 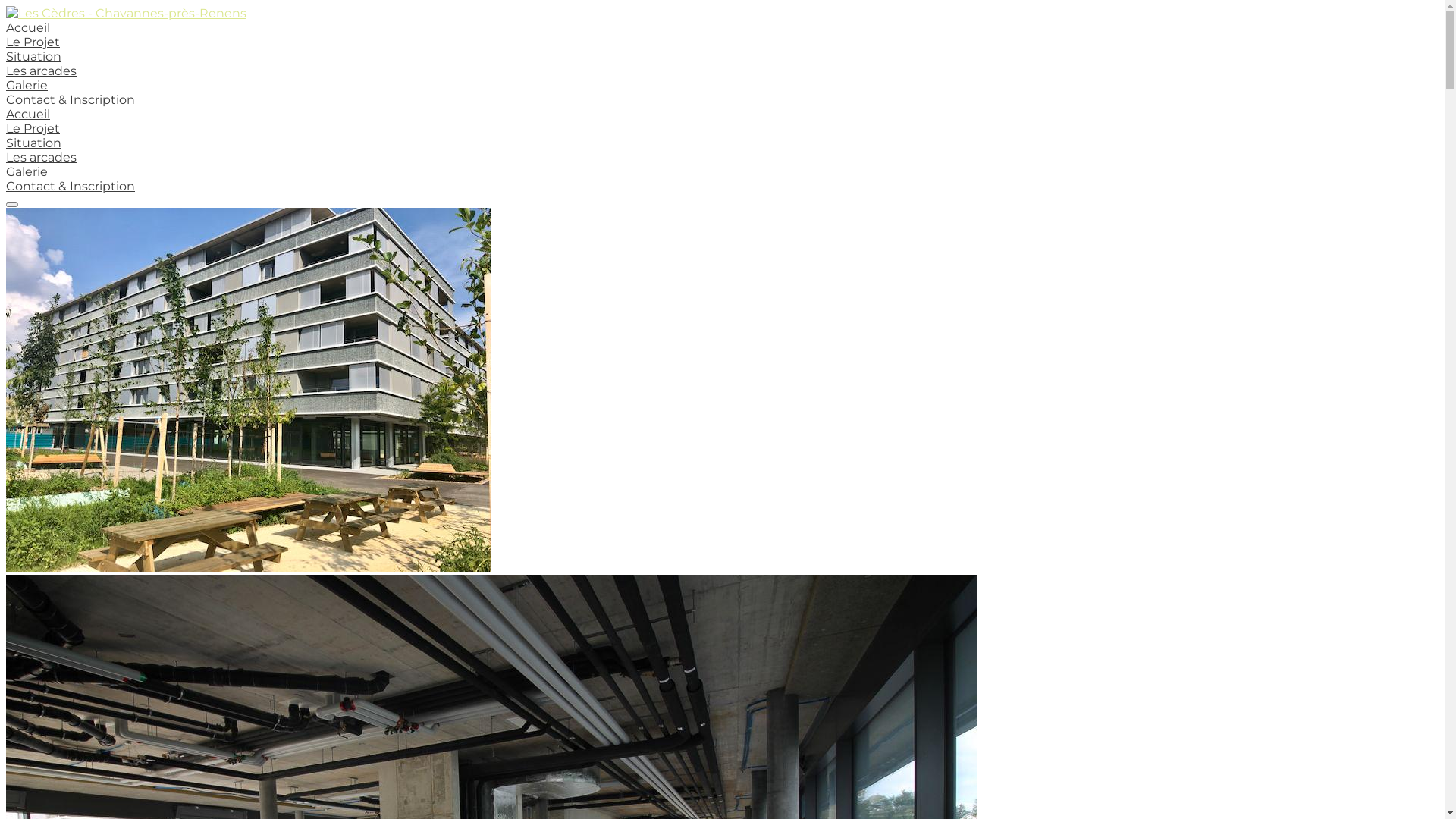 What do you see at coordinates (27, 171) in the screenshot?
I see `'Galerie'` at bounding box center [27, 171].